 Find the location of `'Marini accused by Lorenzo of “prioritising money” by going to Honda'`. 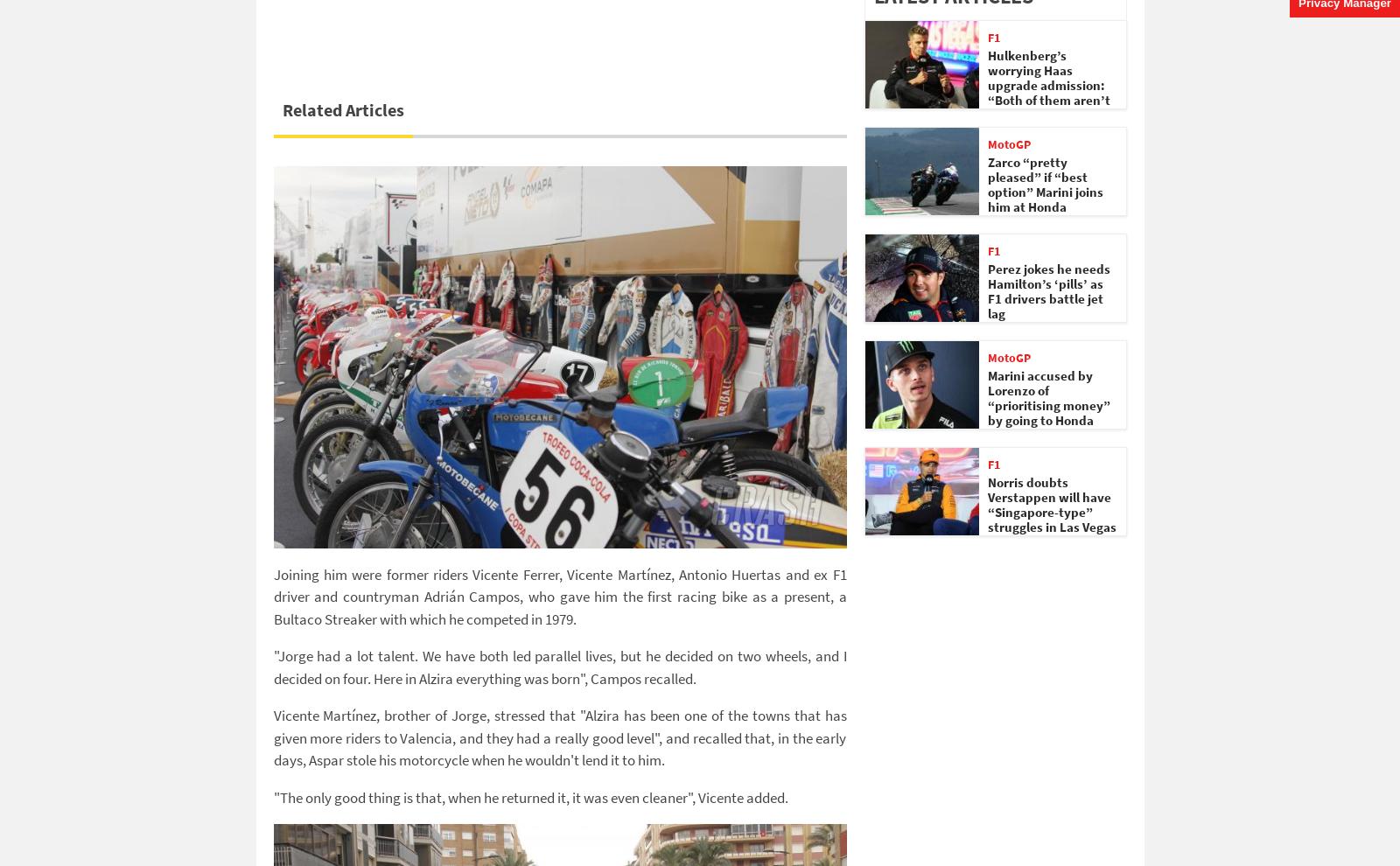

'Marini accused by Lorenzo of “prioritising money” by going to Honda' is located at coordinates (1048, 398).